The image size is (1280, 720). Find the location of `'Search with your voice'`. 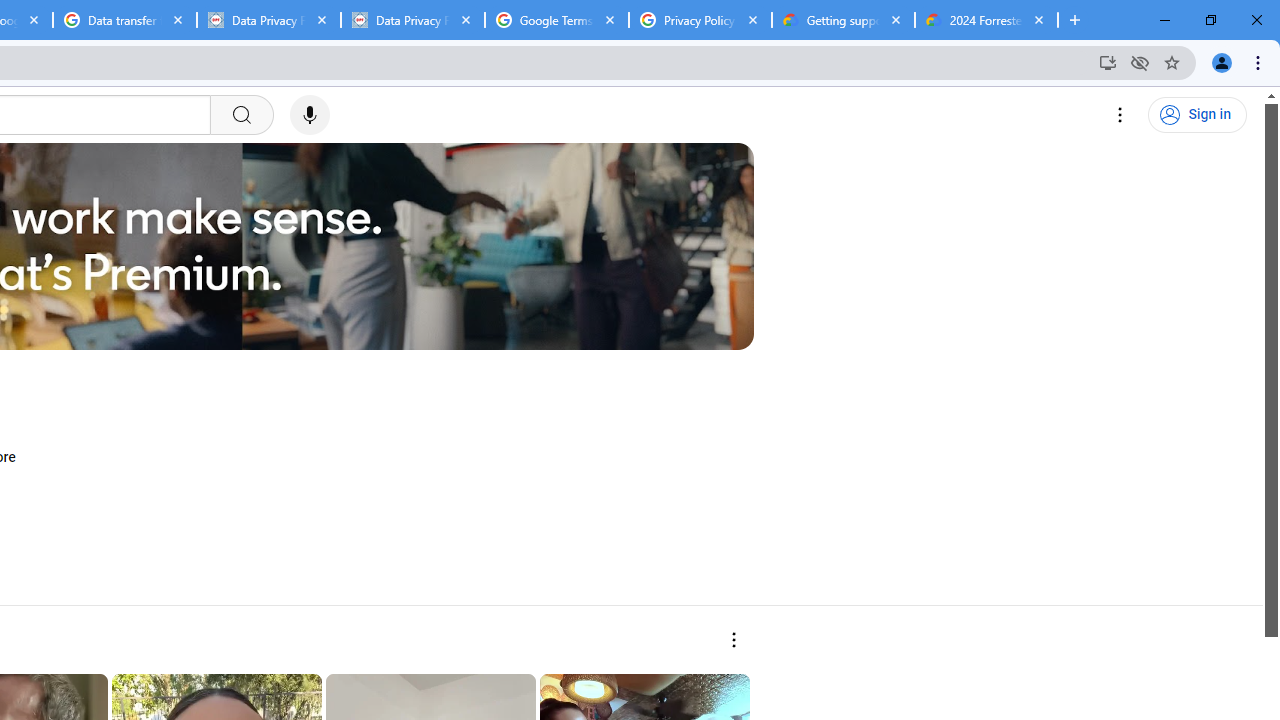

'Search with your voice' is located at coordinates (308, 115).